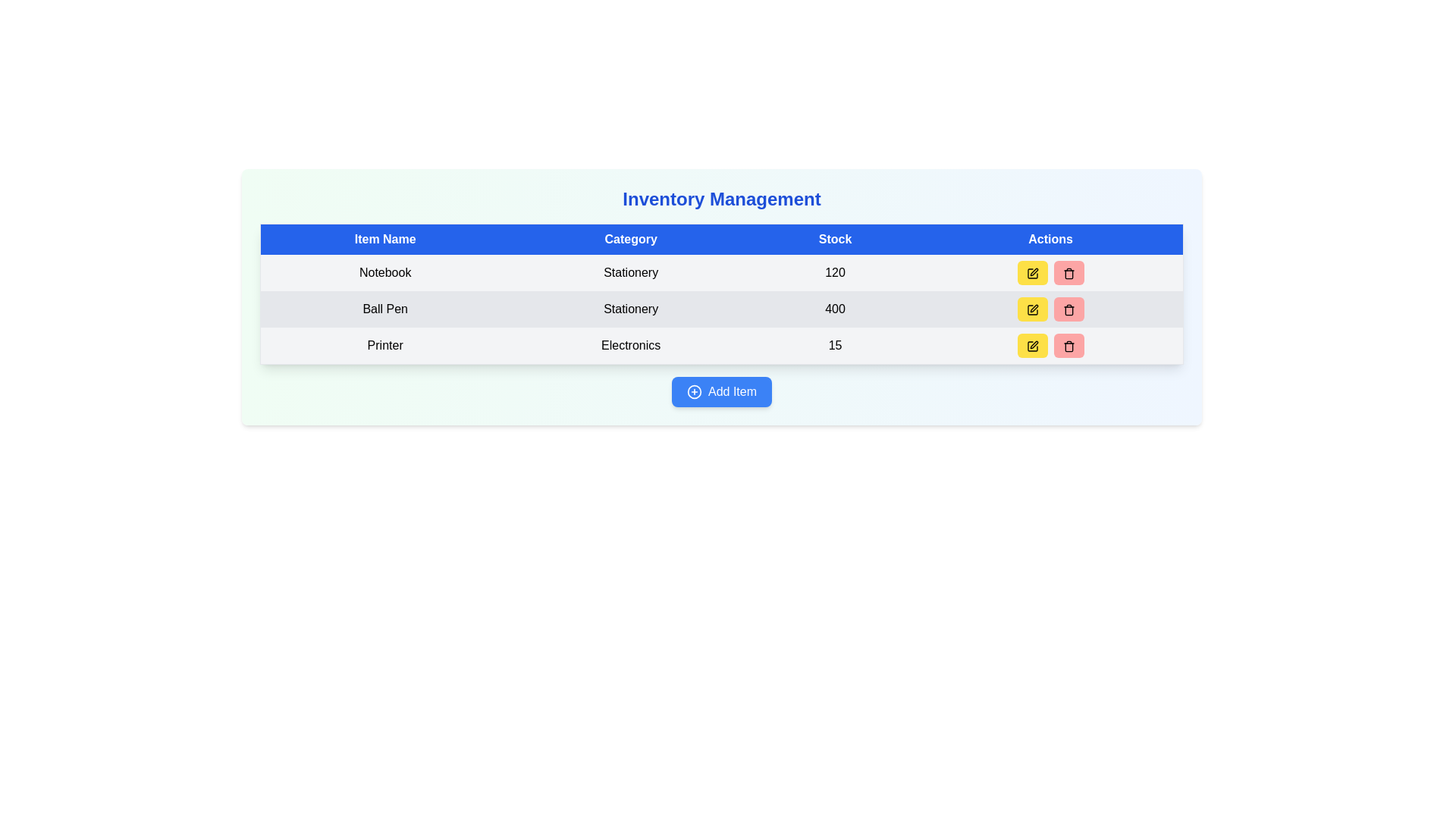  Describe the element at coordinates (631, 271) in the screenshot. I see `the table cell indicating the category of an item in the inventory listing, which is located in the second column of the first row` at that location.